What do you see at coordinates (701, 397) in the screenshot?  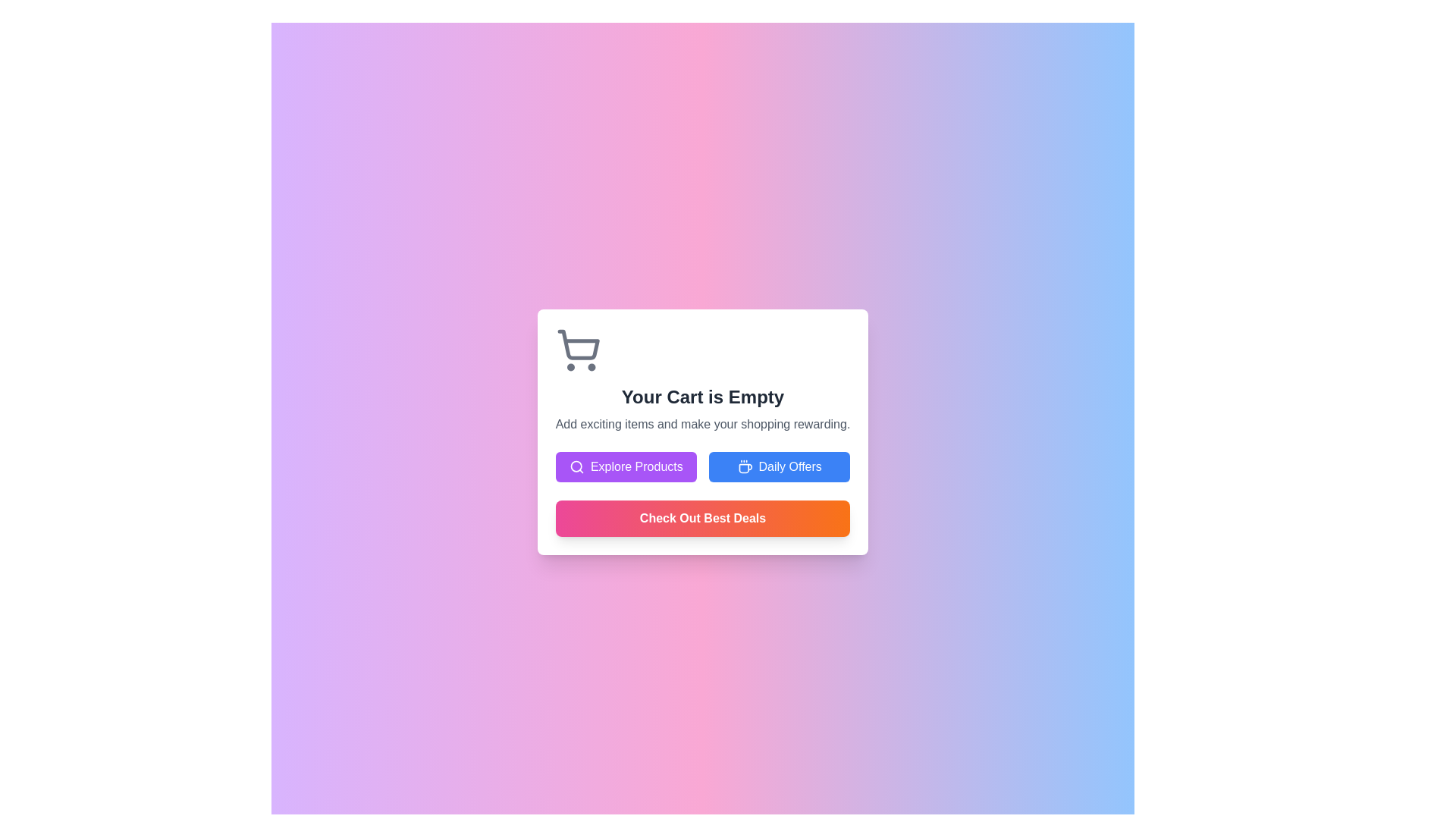 I see `the text label indicating that the shopping cart is empty, which is centrally positioned below the shopping cart icon and above the subtitle and action buttons` at bounding box center [701, 397].